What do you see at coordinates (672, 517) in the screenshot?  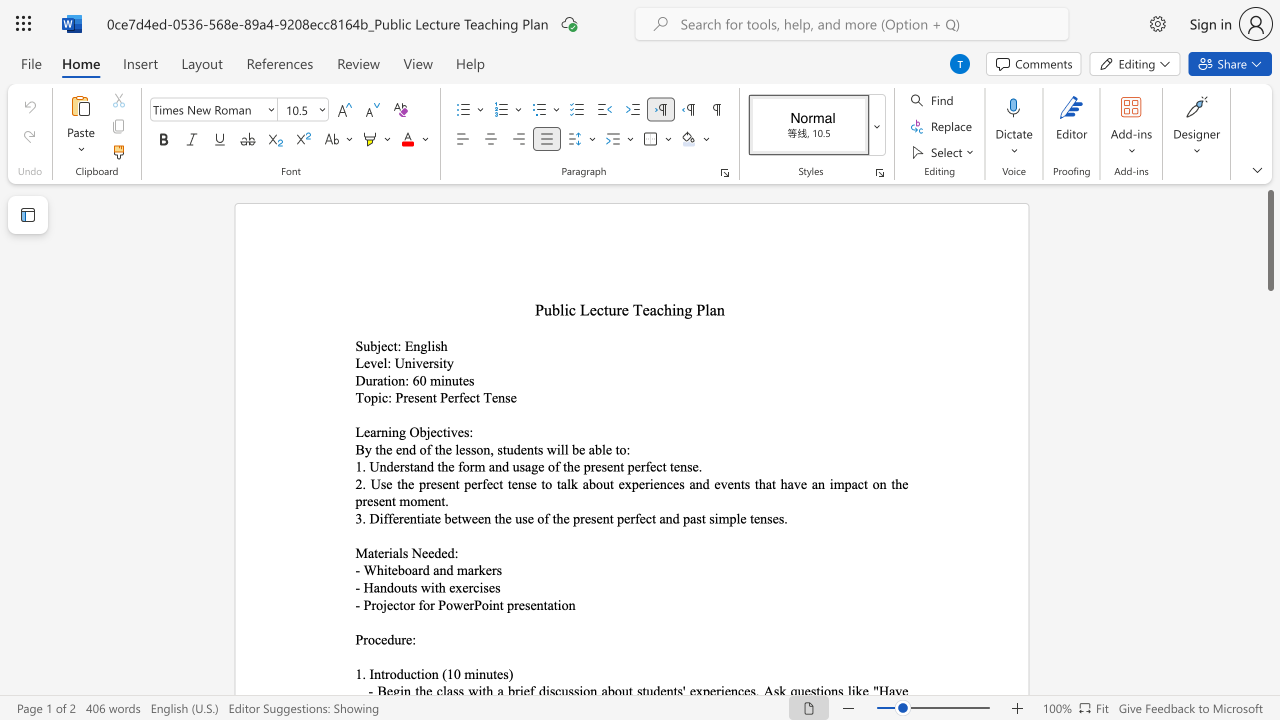 I see `the space between the continuous character "n" and "d" in the text` at bounding box center [672, 517].